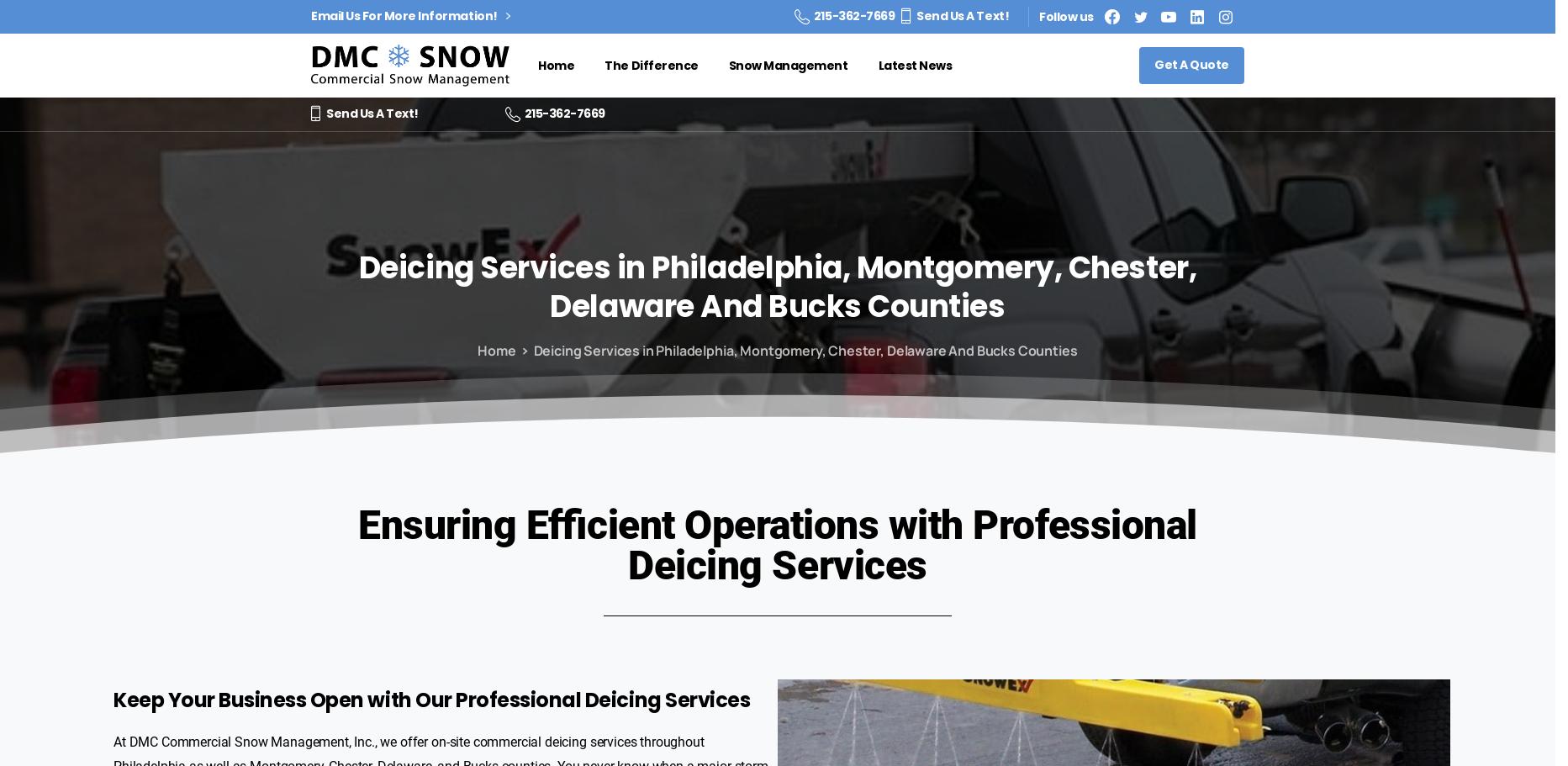  What do you see at coordinates (113, 699) in the screenshot?
I see `'Keep Your Business Open with Our Professional Deicing Services'` at bounding box center [113, 699].